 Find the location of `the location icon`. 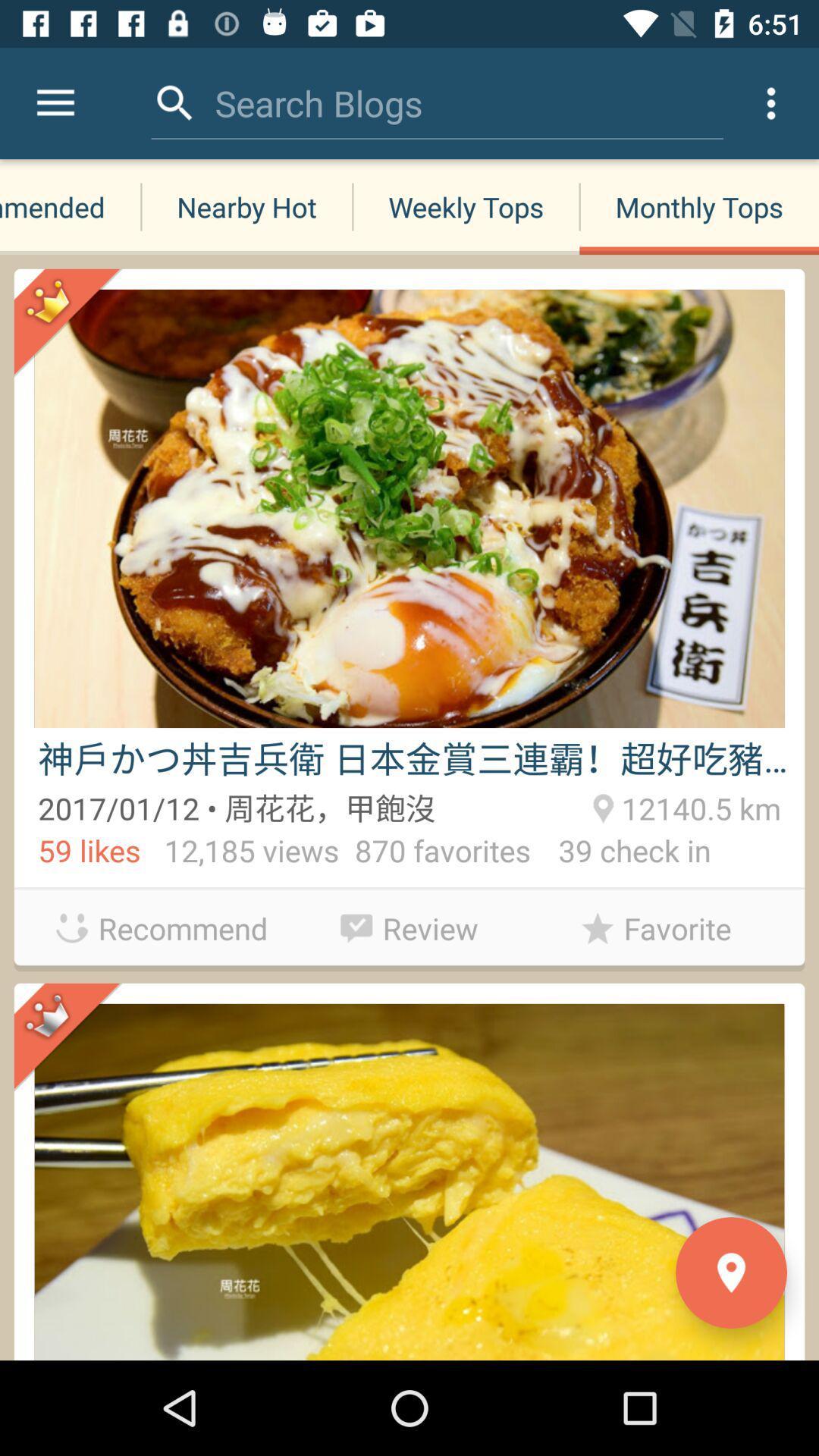

the location icon is located at coordinates (730, 1272).